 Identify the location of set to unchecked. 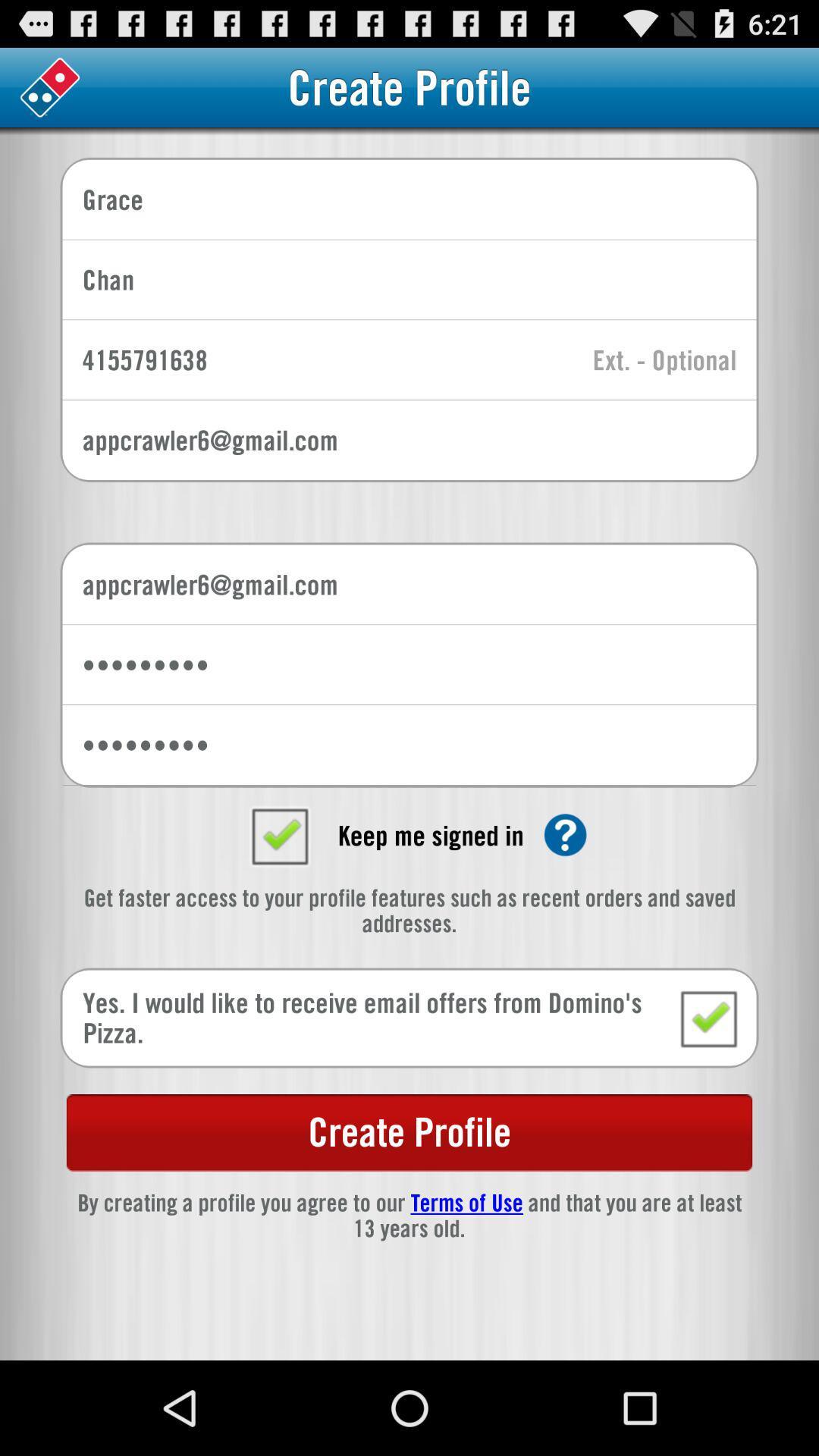
(279, 834).